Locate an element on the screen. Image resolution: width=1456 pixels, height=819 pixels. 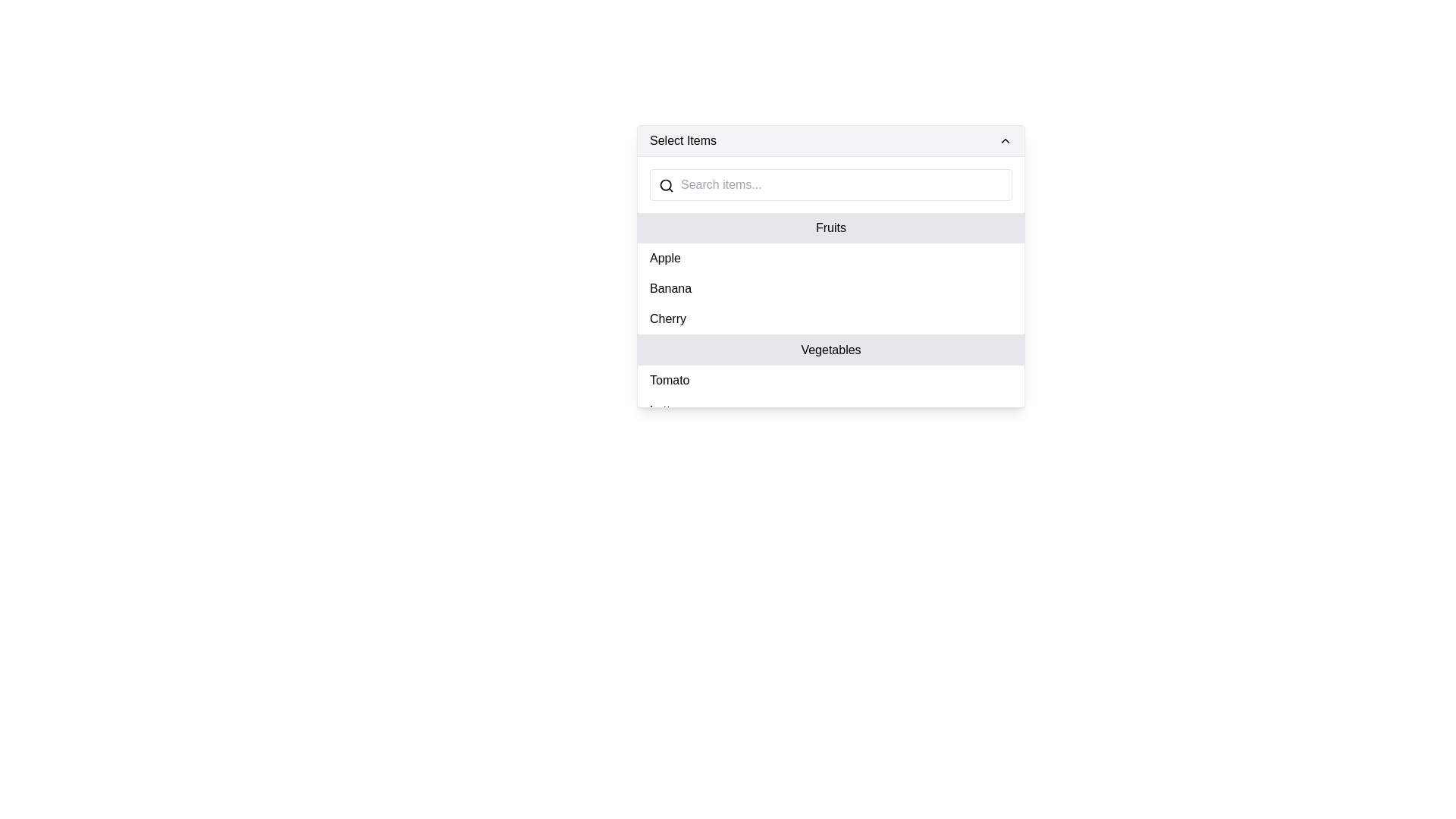
the 'Tomato' text label located under the 'Vegetables' header is located at coordinates (669, 379).